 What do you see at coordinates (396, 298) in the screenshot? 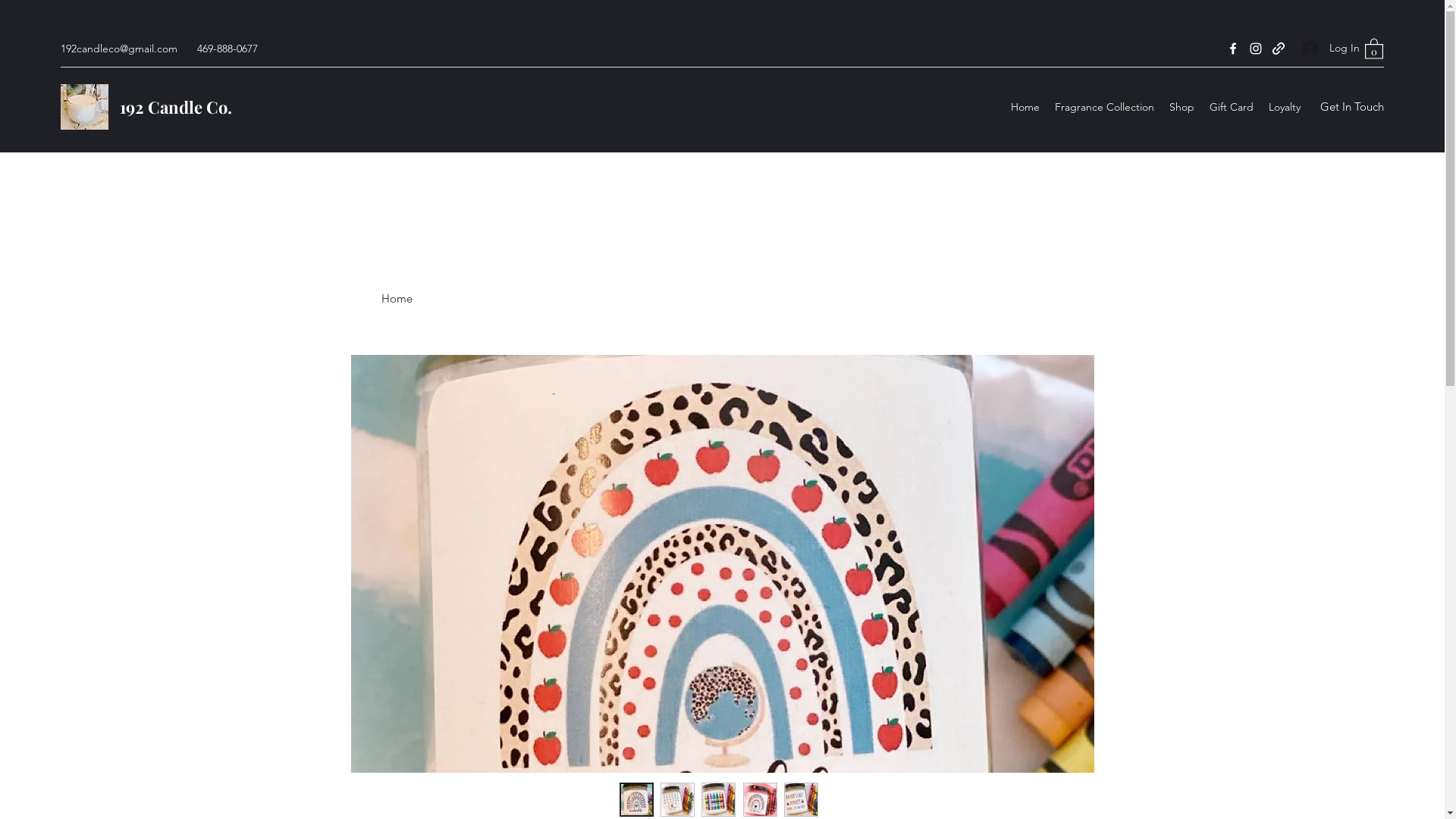
I see `'Home'` at bounding box center [396, 298].